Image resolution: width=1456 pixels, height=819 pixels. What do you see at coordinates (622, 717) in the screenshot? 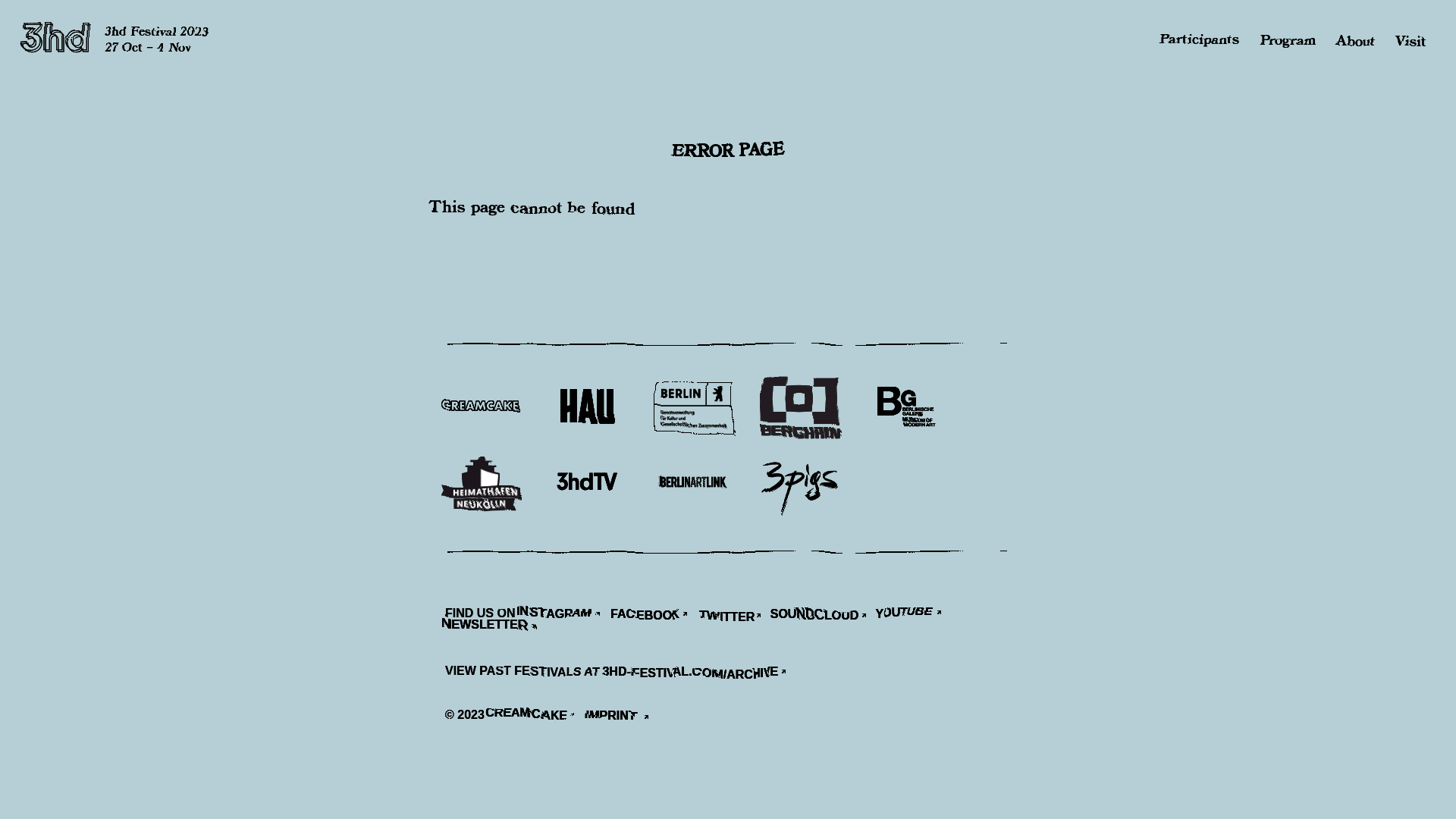
I see `'IMPRINT '` at bounding box center [622, 717].